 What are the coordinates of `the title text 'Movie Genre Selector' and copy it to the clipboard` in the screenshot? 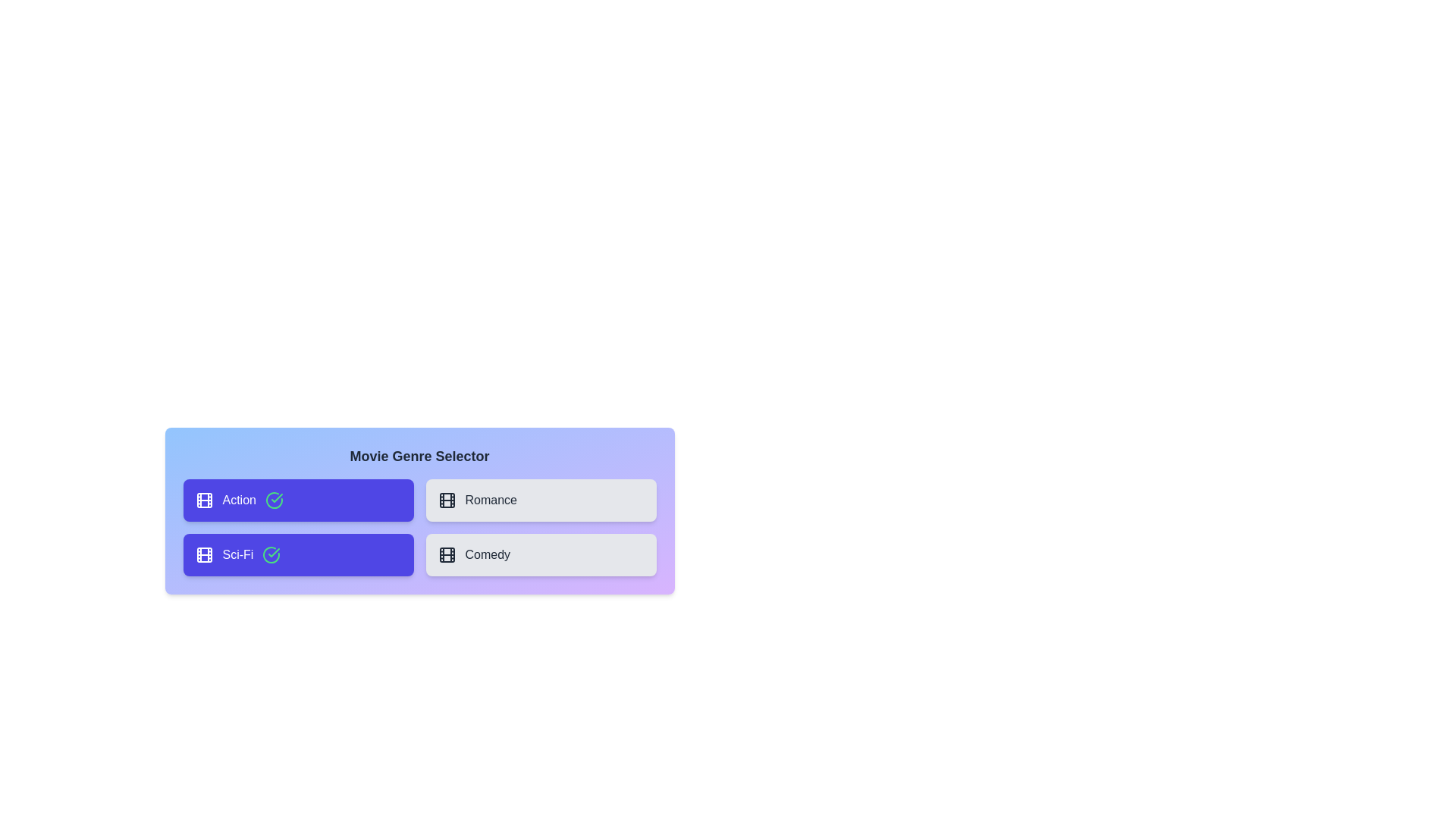 It's located at (419, 455).